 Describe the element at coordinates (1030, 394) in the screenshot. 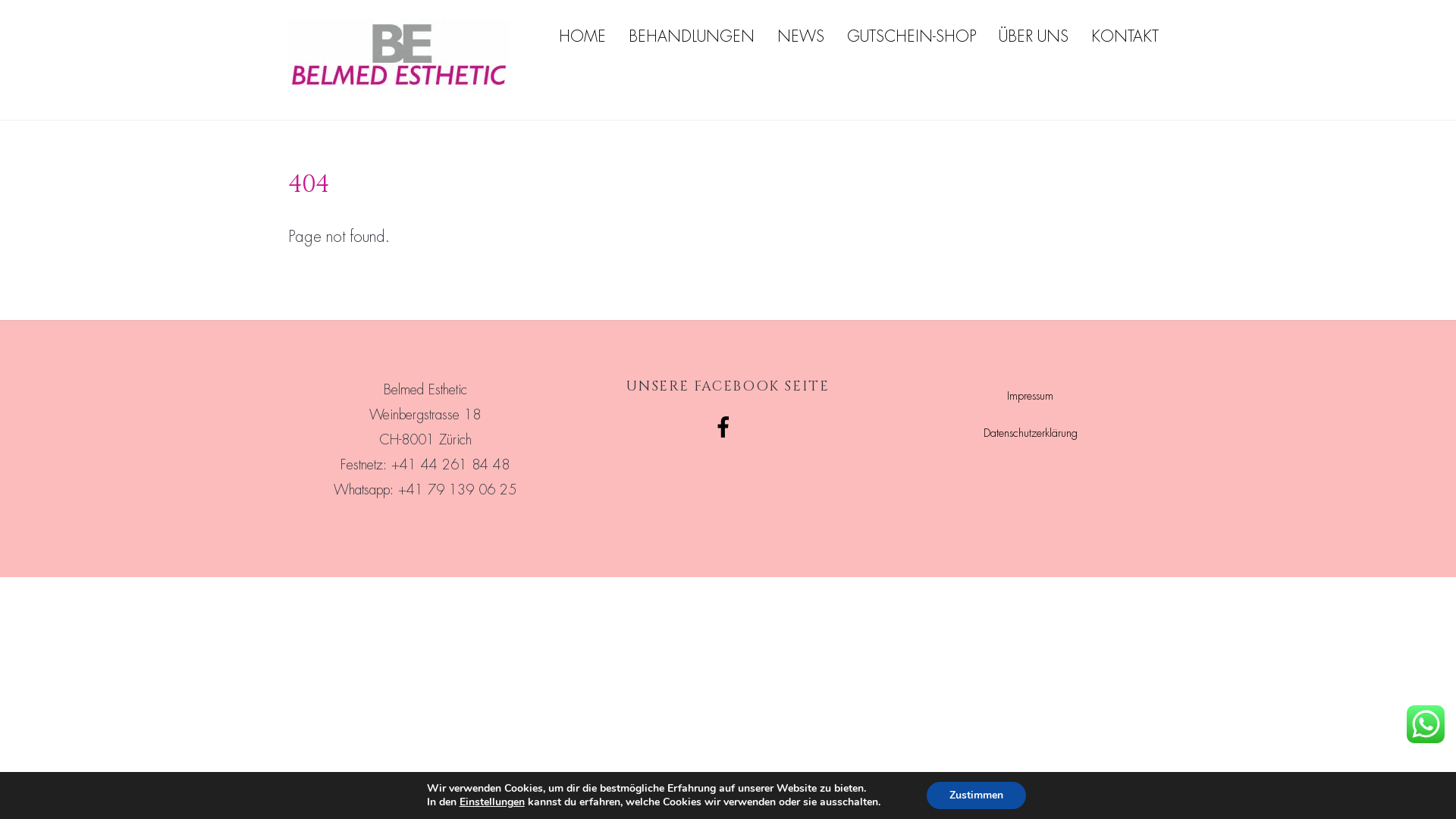

I see `'Impressum'` at that location.